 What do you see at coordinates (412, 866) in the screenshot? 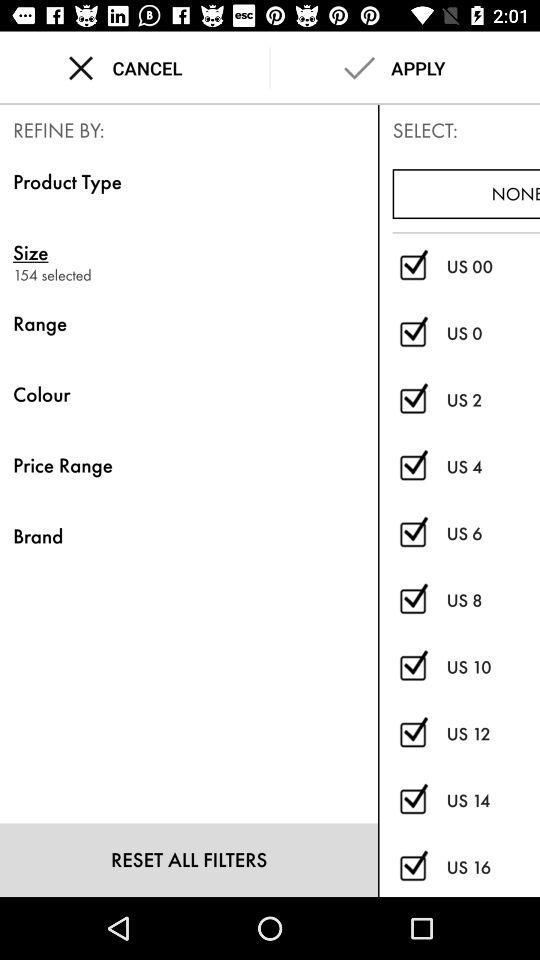
I see `unselect` at bounding box center [412, 866].